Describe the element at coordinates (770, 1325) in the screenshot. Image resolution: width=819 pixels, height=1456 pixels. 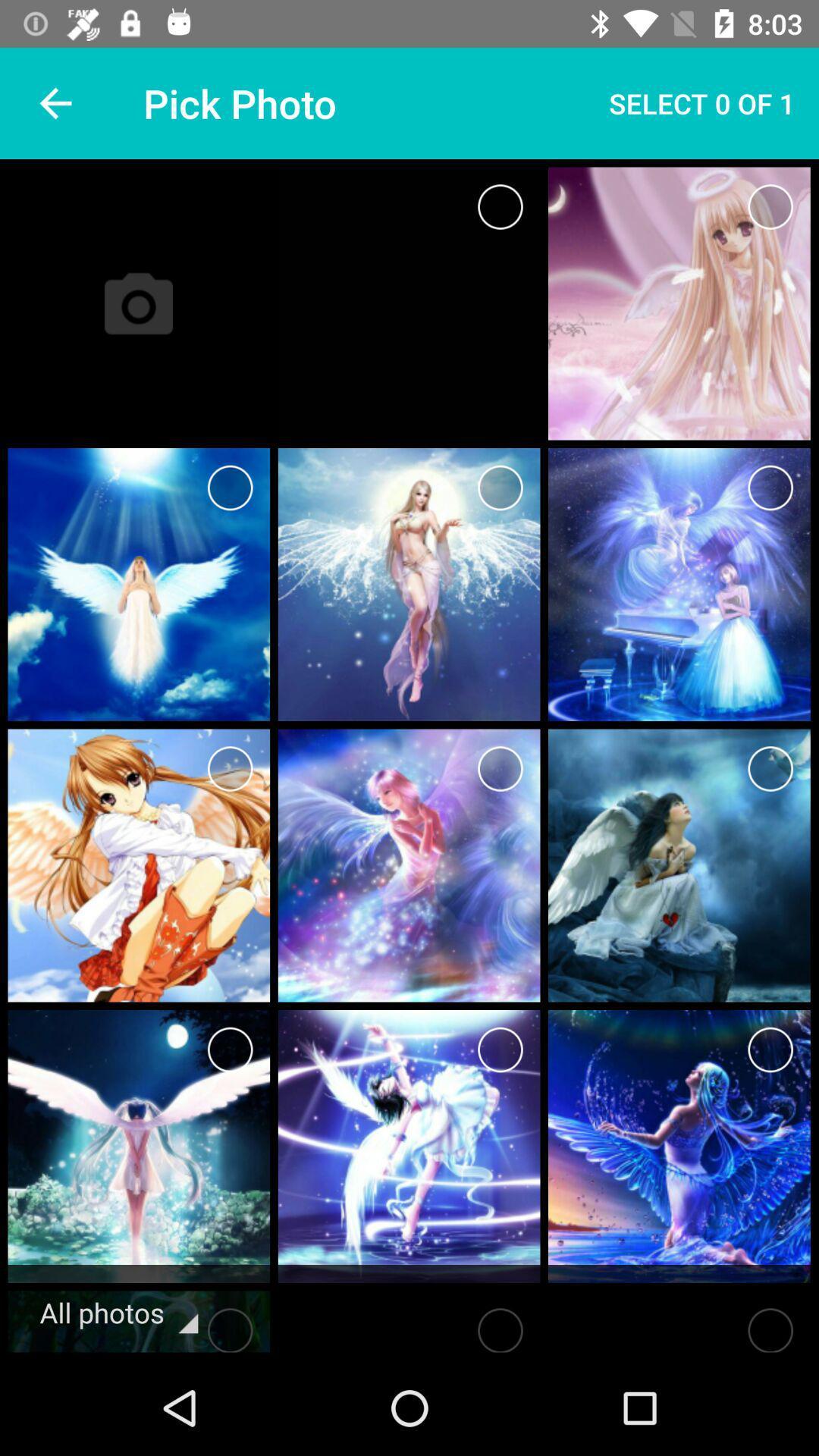
I see `choose picture` at that location.